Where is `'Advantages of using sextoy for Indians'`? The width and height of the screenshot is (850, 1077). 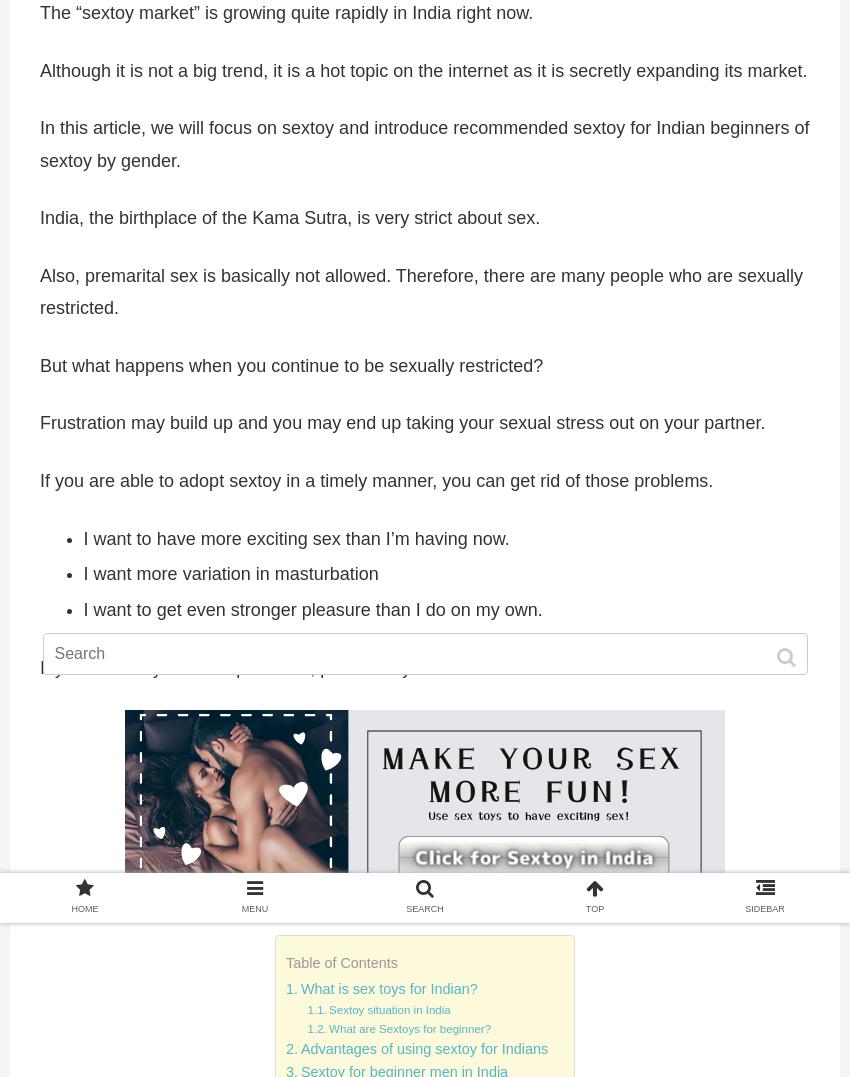 'Advantages of using sextoy for Indians' is located at coordinates (423, 1048).